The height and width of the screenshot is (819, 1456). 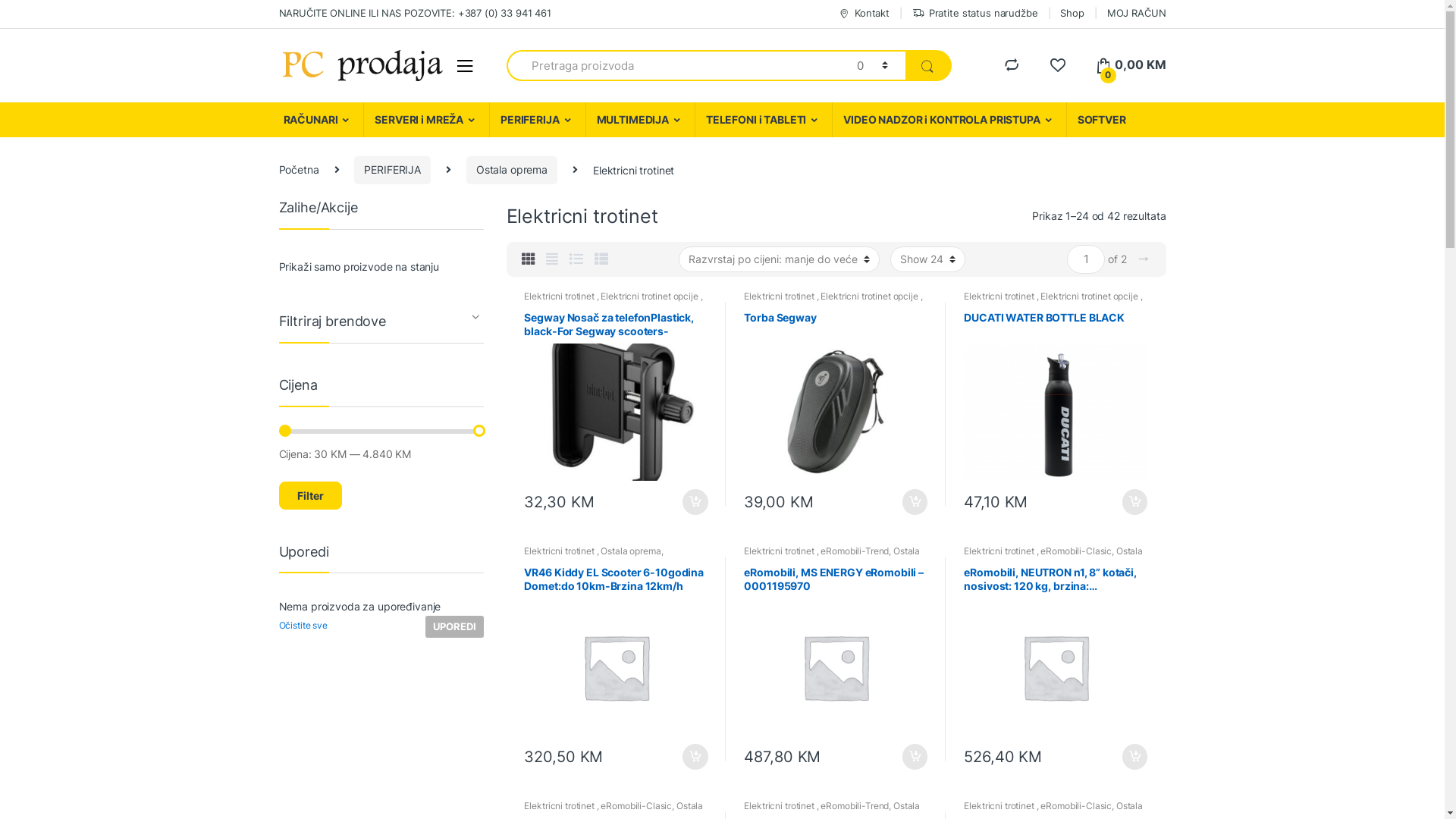 What do you see at coordinates (546, 259) in the screenshot?
I see `'Grid Extended View'` at bounding box center [546, 259].